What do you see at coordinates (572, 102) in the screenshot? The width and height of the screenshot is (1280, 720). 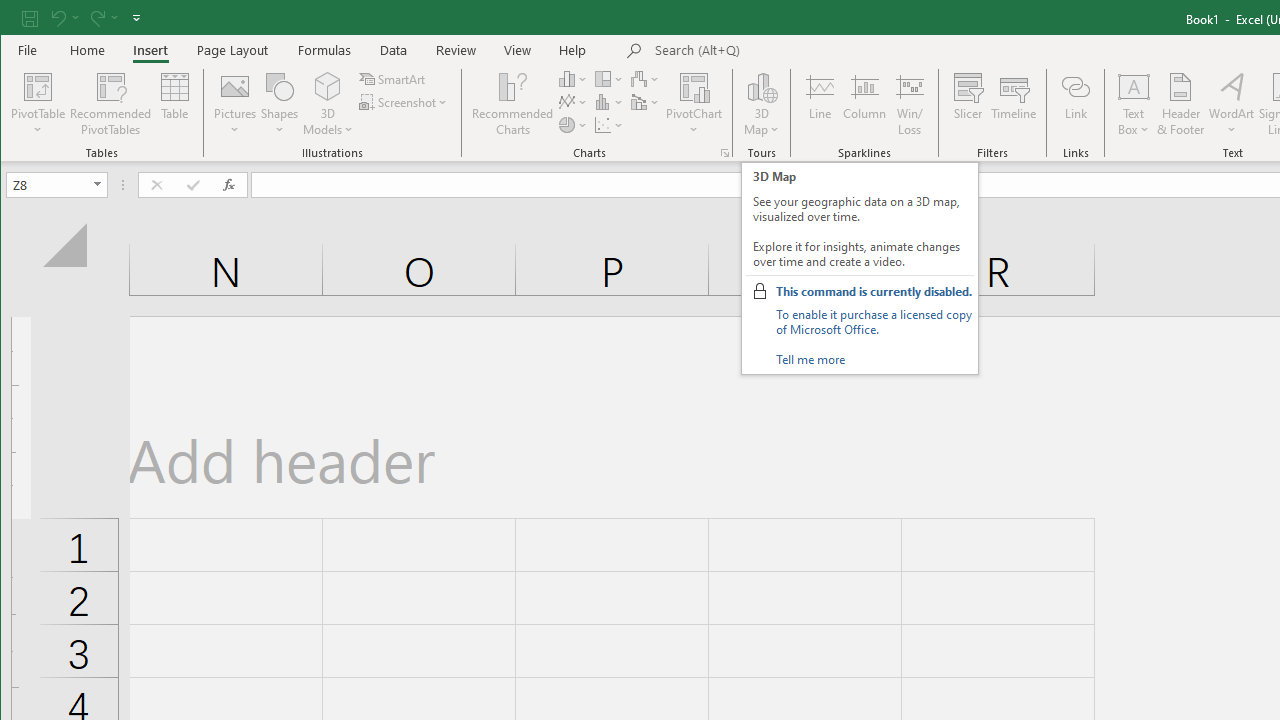 I see `'Insert Line or Area Chart'` at bounding box center [572, 102].